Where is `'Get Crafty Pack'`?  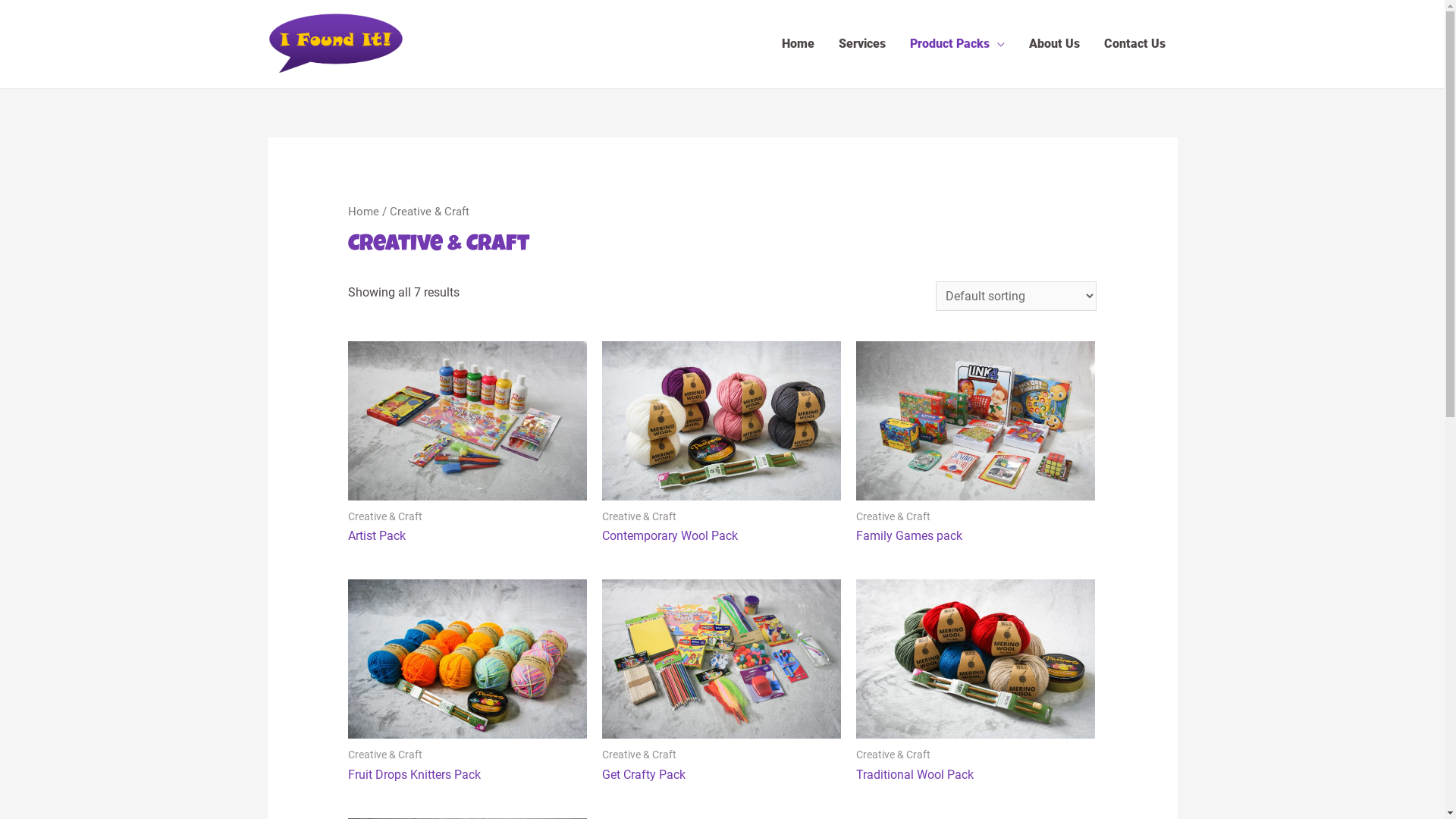 'Get Crafty Pack' is located at coordinates (601, 774).